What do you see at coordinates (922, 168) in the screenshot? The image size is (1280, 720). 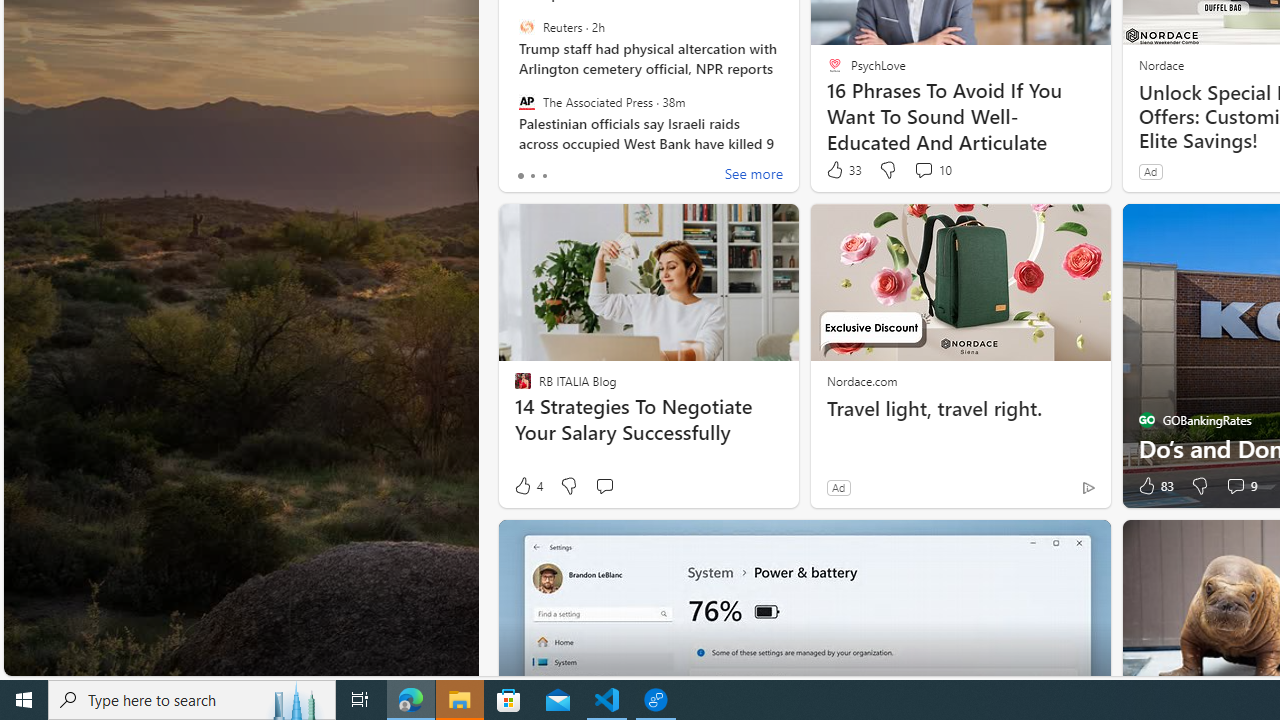 I see `'View comments 10 Comment'` at bounding box center [922, 168].